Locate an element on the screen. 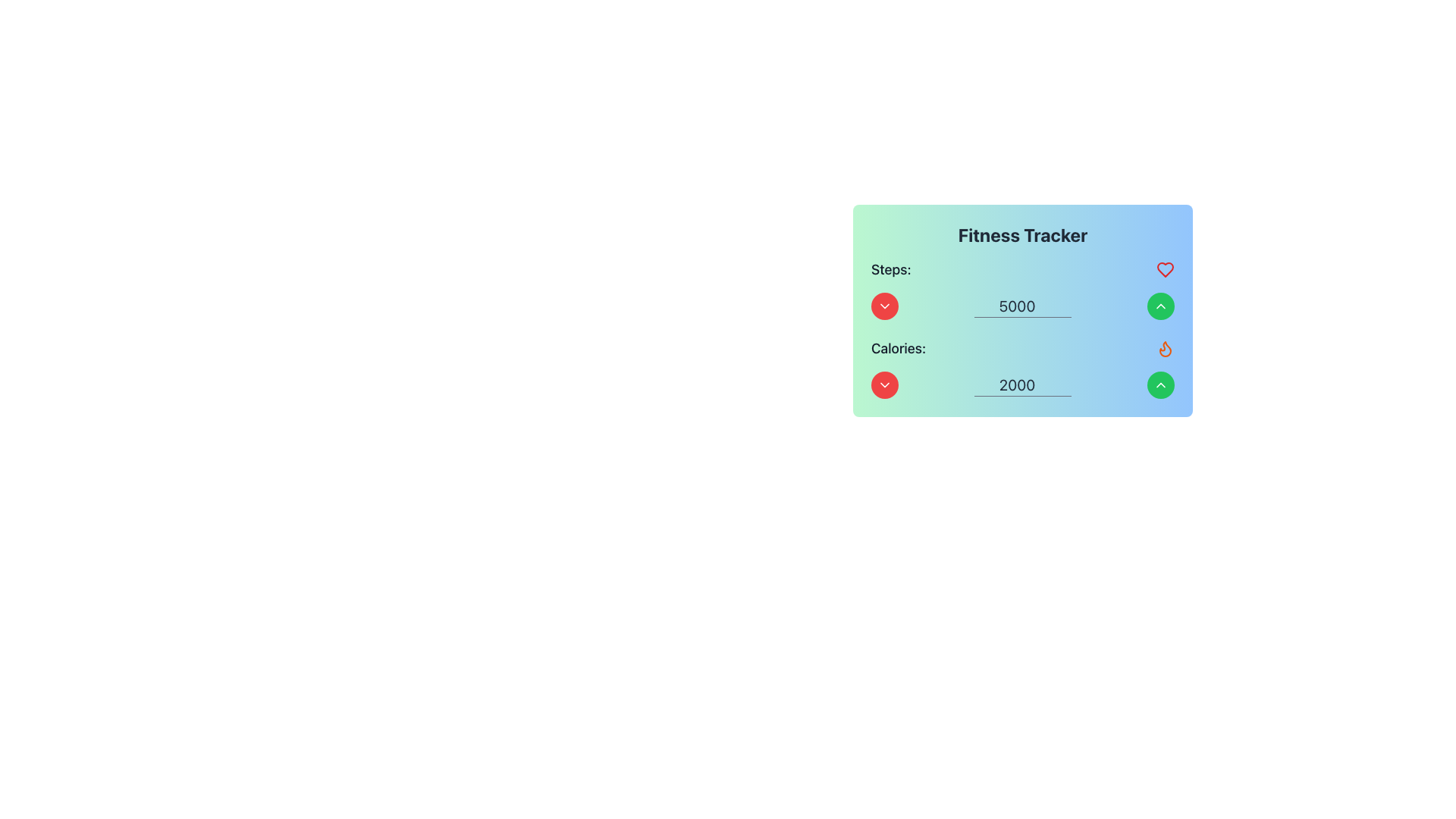  the green round button with a white chevron pointing upwards, located to the right of the numeric input field displaying '5000', to increase the value is located at coordinates (1160, 306).